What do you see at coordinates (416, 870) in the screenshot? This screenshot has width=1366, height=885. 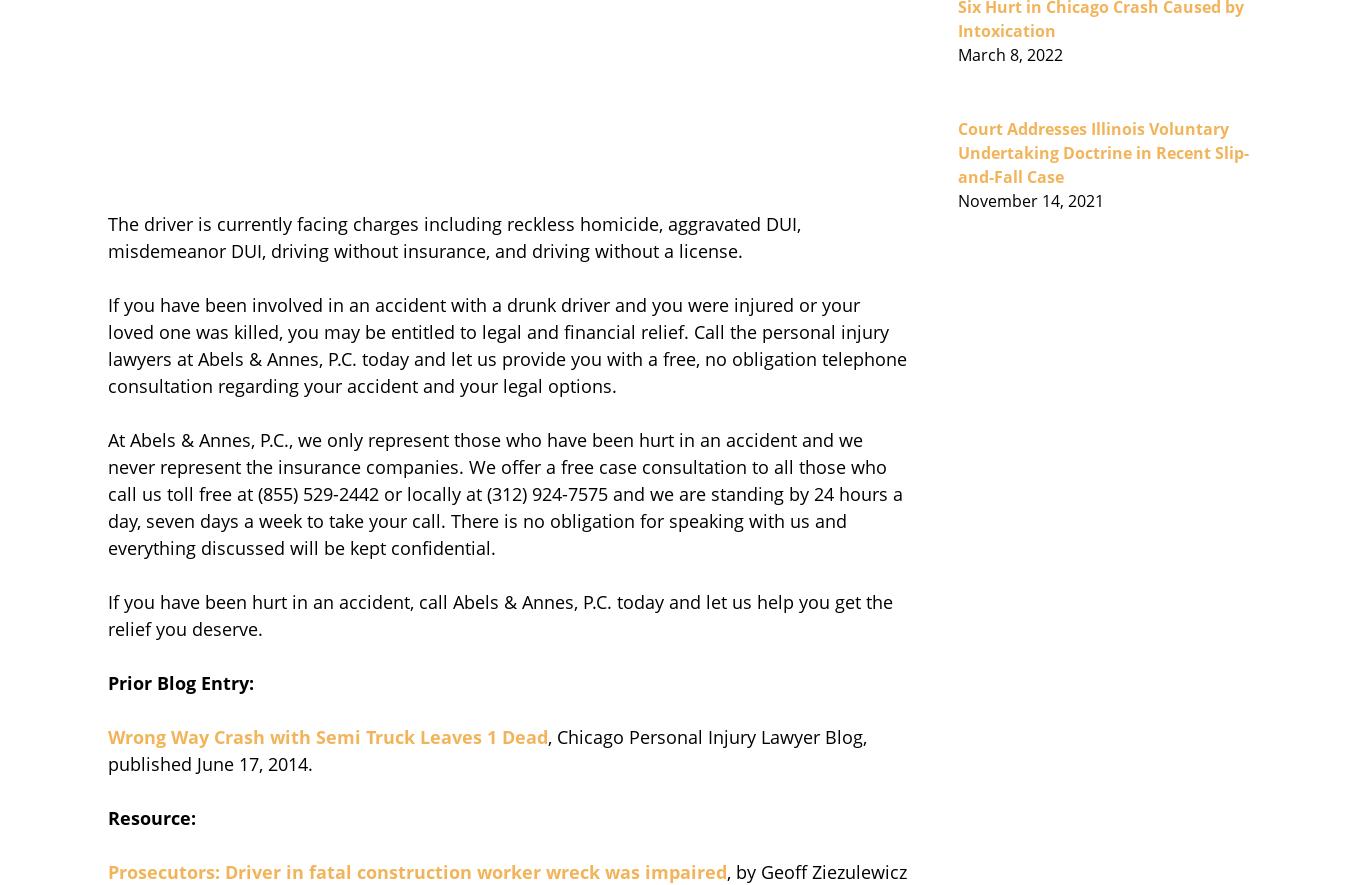 I see `'Prosecutors: Driver in fatal construction worker wreck was impaired'` at bounding box center [416, 870].